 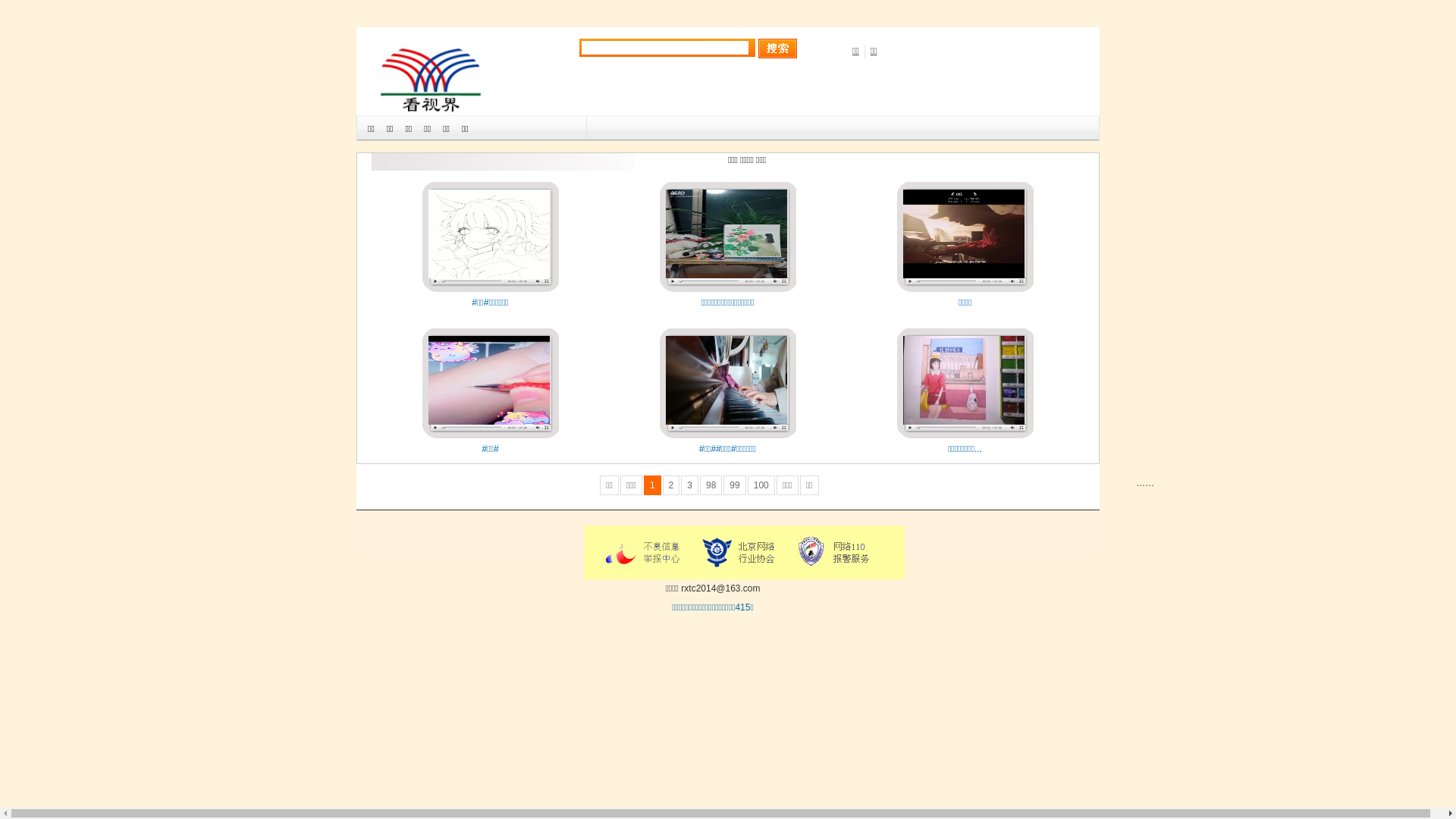 What do you see at coordinates (670, 485) in the screenshot?
I see `'2'` at bounding box center [670, 485].